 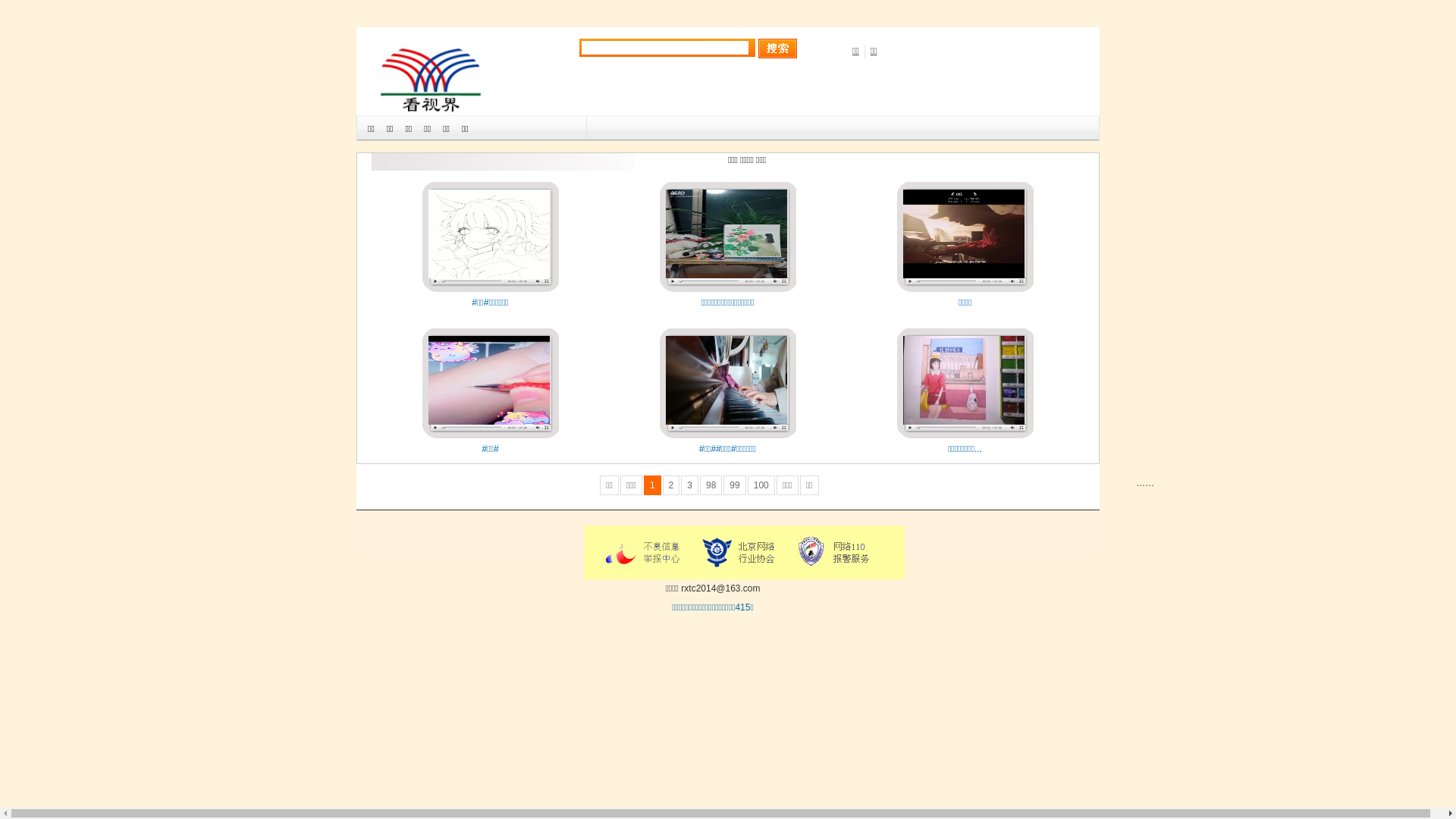 What do you see at coordinates (670, 485) in the screenshot?
I see `'2'` at bounding box center [670, 485].